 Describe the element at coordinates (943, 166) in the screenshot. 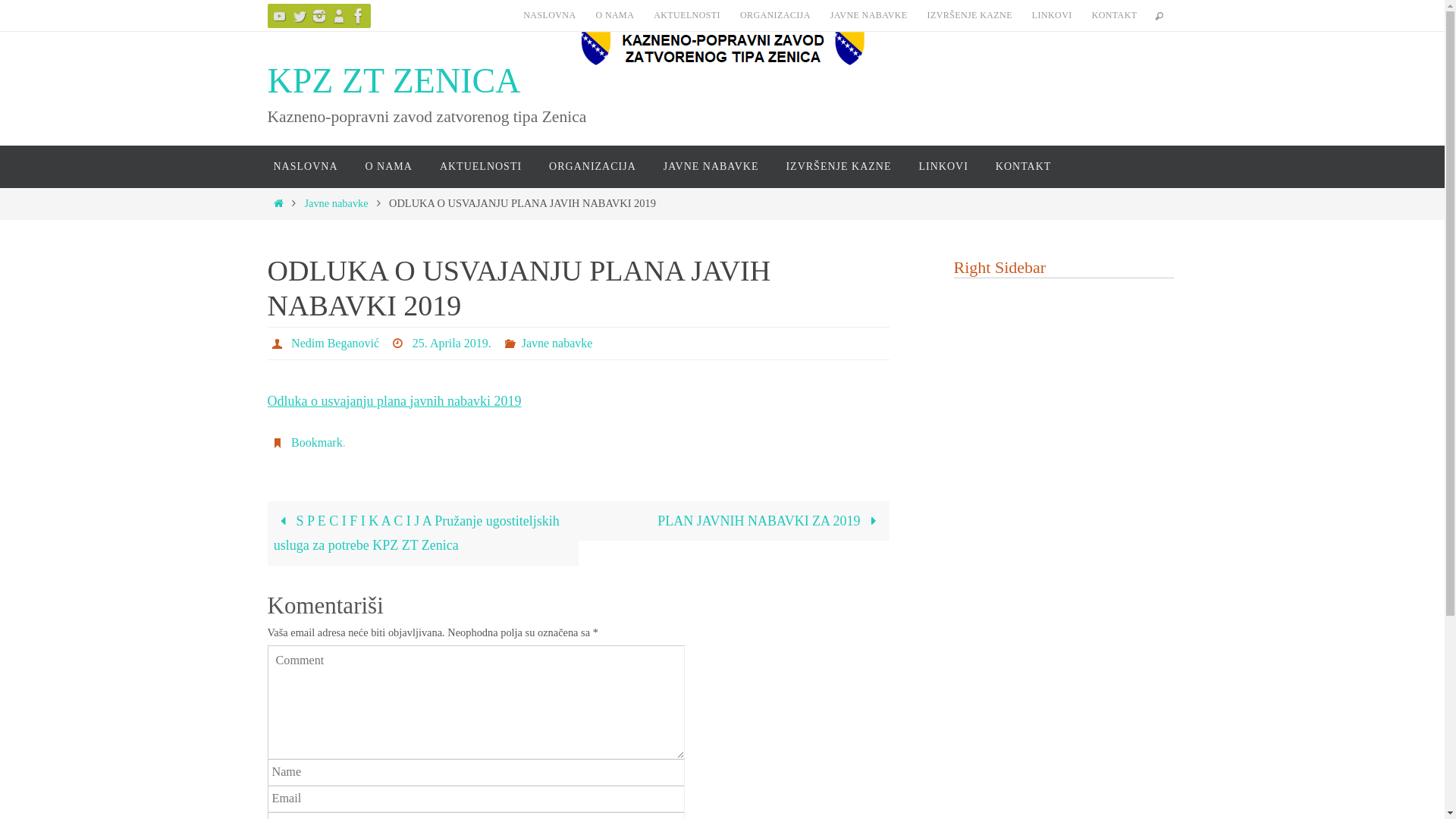

I see `'LINKOVI'` at that location.